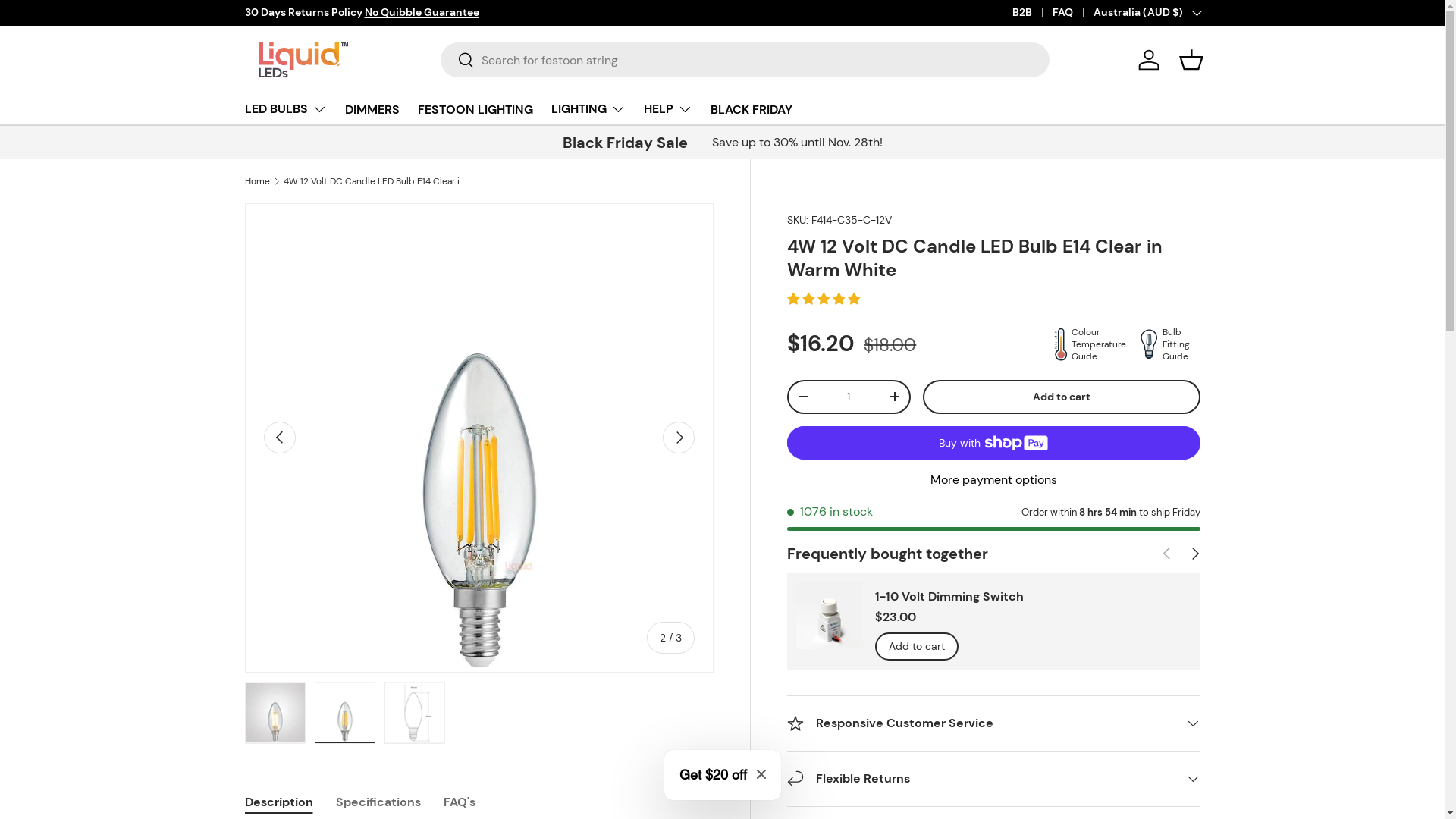 This screenshot has width=1456, height=819. I want to click on 'Basket', so click(1189, 58).